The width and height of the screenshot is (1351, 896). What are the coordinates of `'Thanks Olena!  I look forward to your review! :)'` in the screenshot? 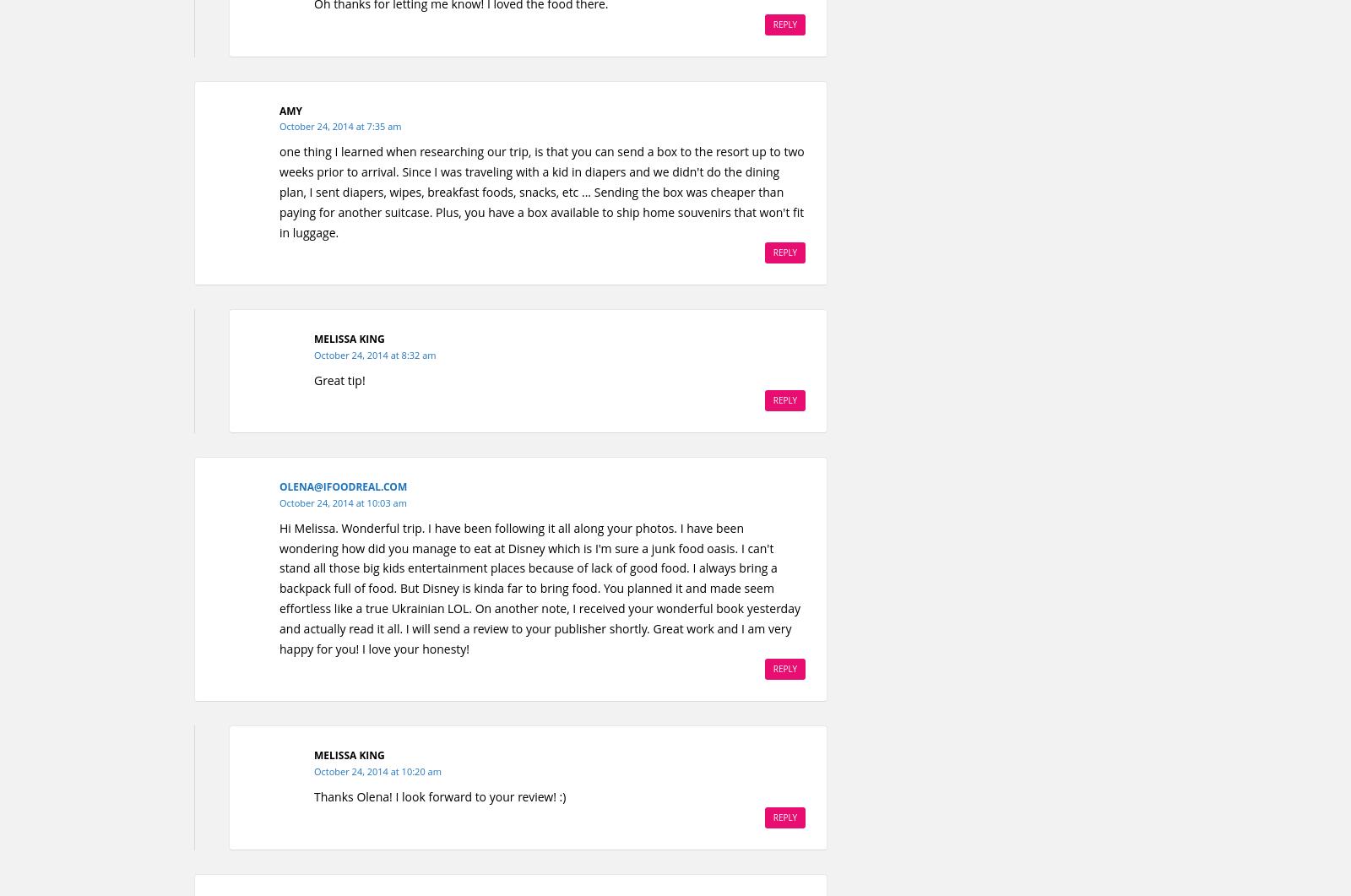 It's located at (438, 795).